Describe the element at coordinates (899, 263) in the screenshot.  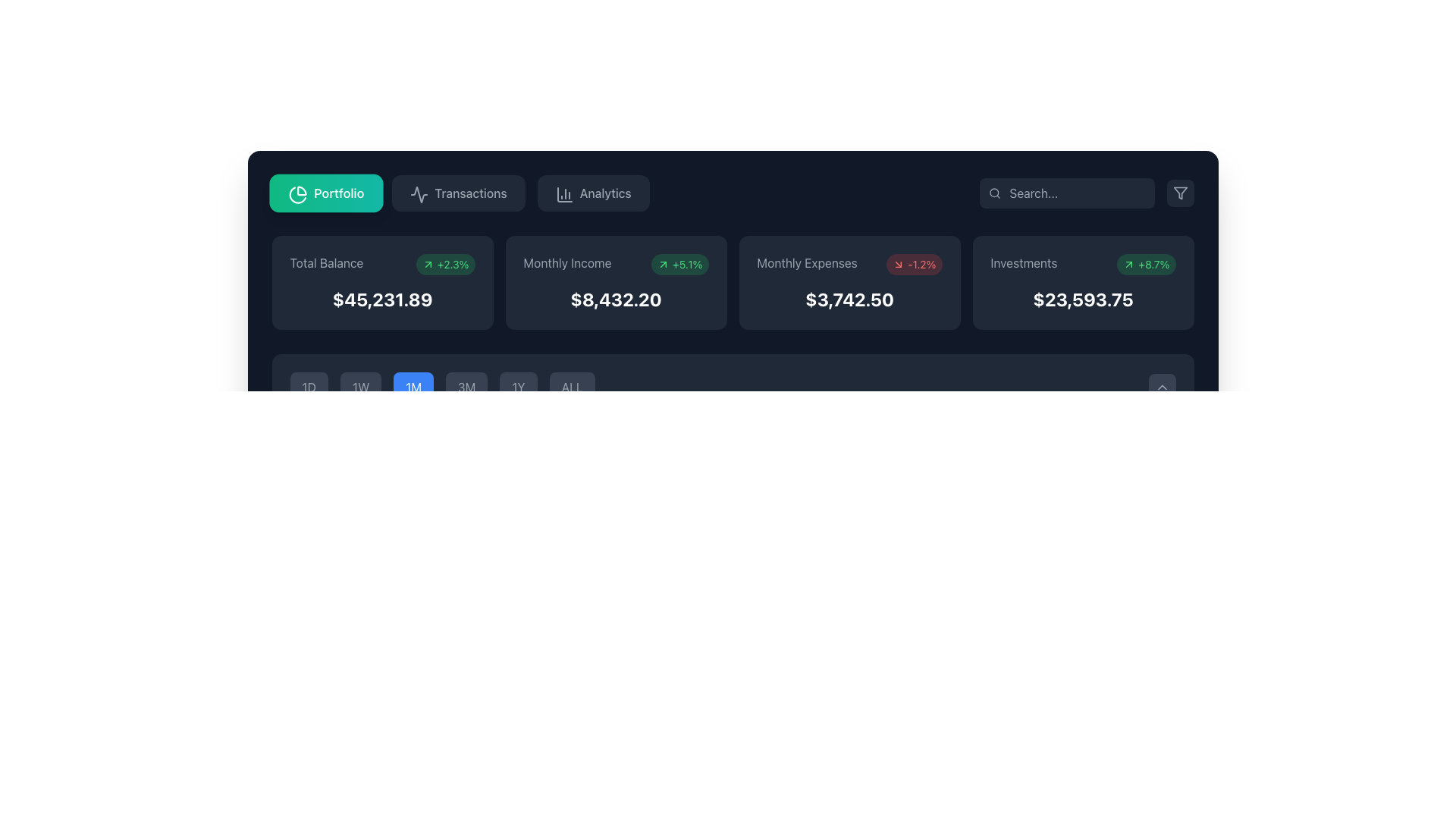
I see `the arrow-down-right icon located to the left of the percentage value '-1.2%' in the red-highlighted area of the 'Monthly Expenses' panel` at that location.